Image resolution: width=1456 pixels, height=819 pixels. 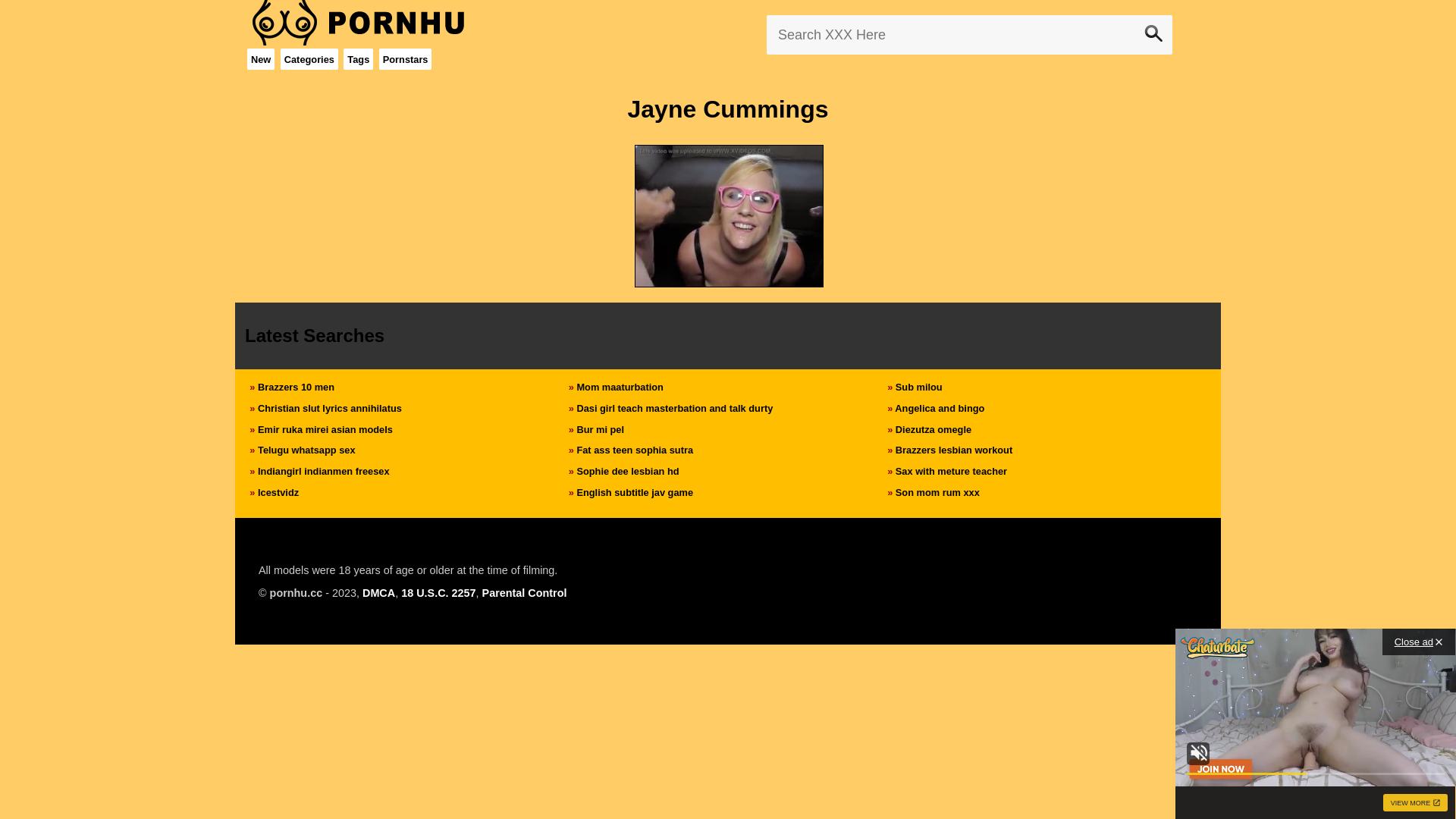 I want to click on 'Brazzers lesbian workout', so click(x=895, y=449).